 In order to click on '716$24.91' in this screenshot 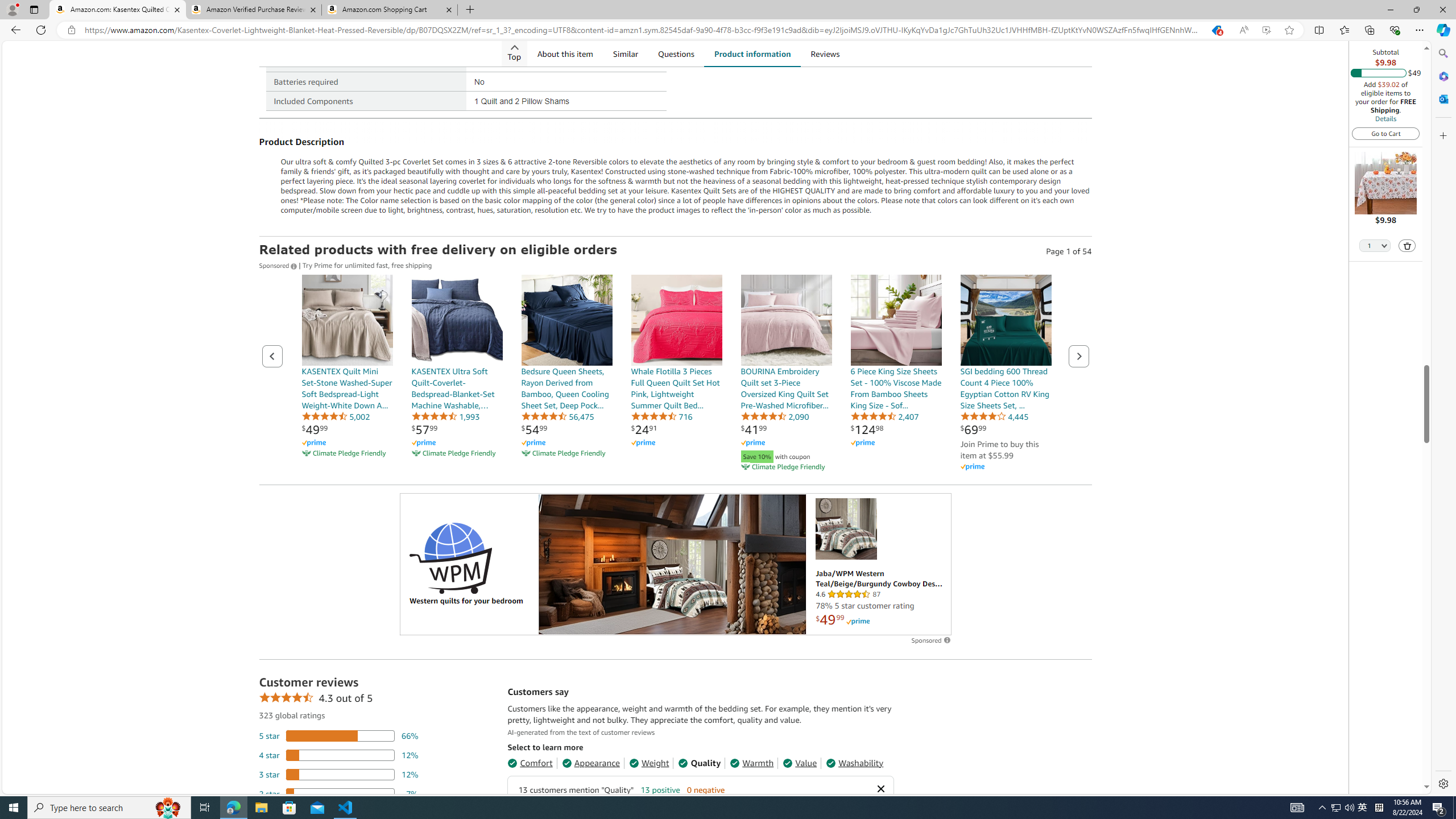, I will do `click(676, 373)`.